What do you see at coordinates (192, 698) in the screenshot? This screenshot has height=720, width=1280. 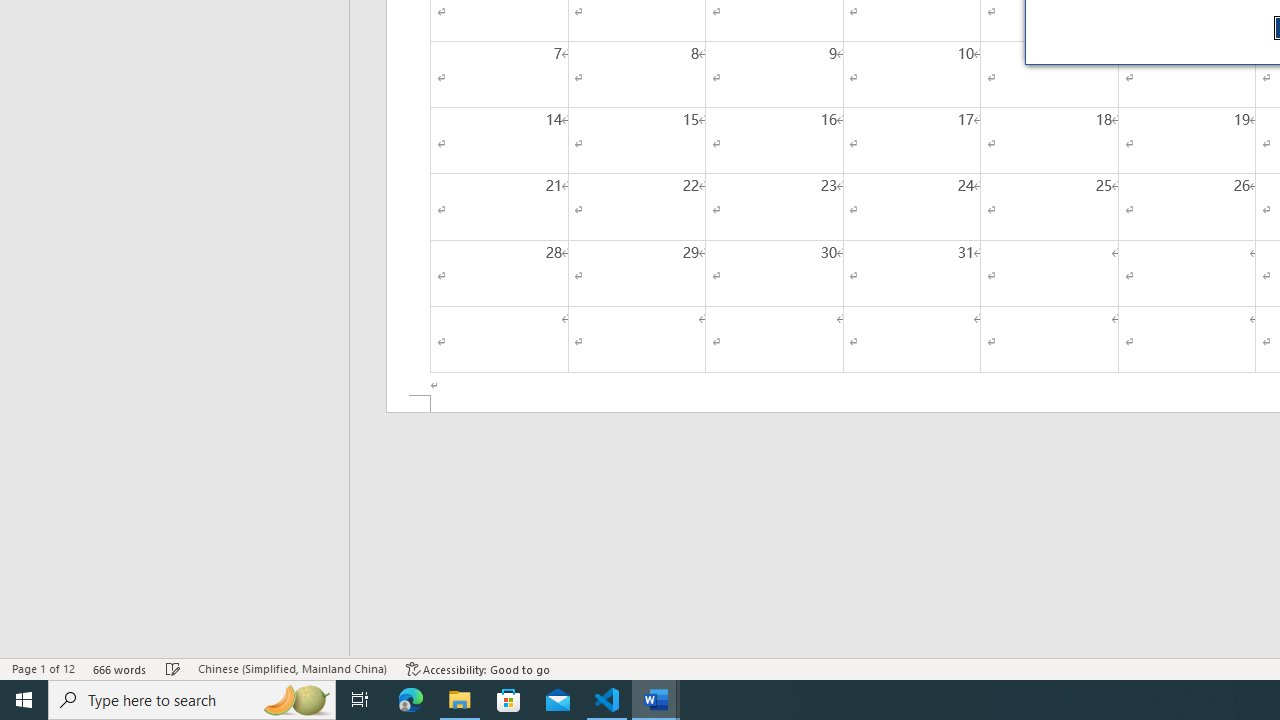 I see `'Type here to search'` at bounding box center [192, 698].